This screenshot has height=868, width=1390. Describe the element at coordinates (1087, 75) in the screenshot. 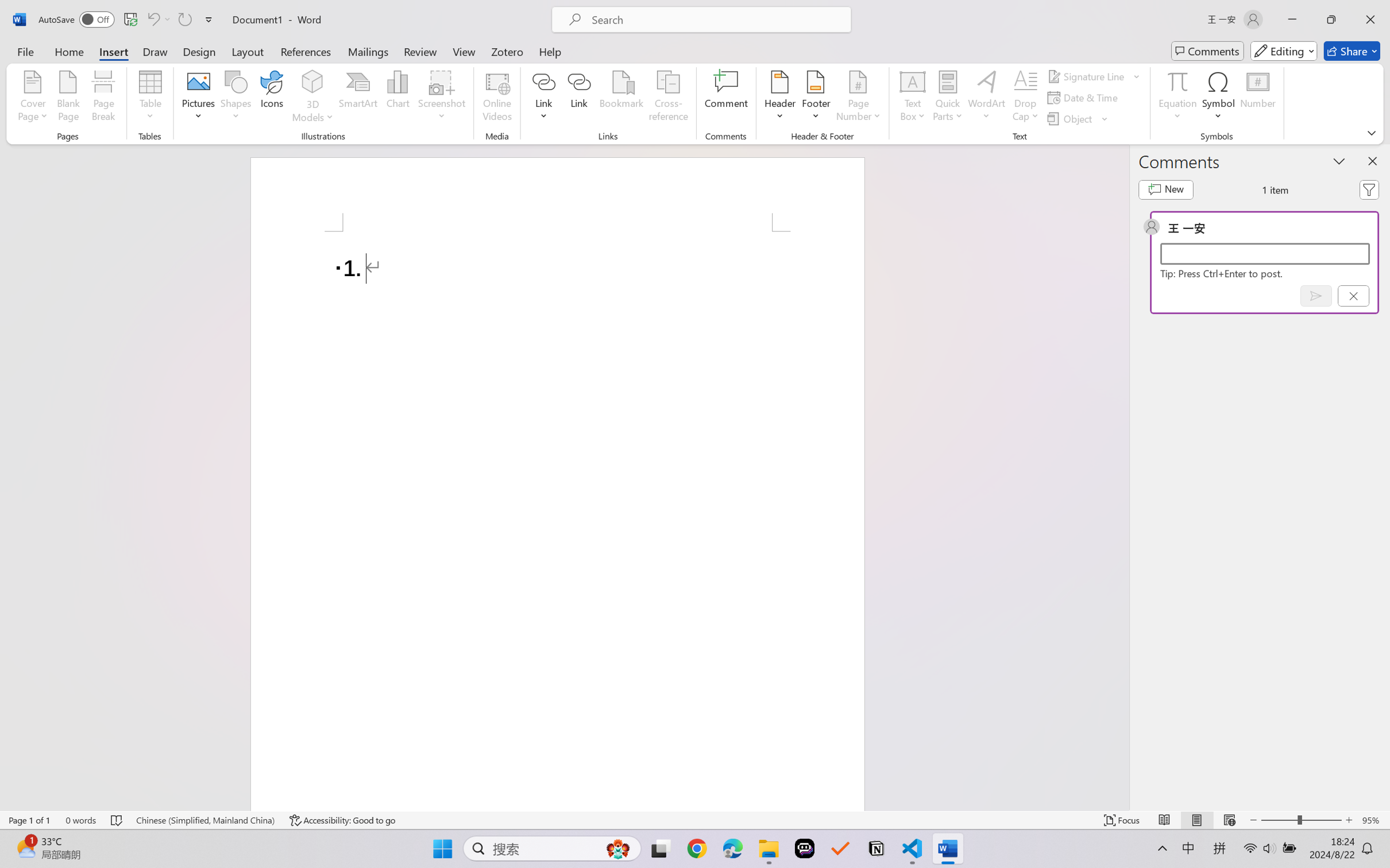

I see `'Signature Line'` at that location.